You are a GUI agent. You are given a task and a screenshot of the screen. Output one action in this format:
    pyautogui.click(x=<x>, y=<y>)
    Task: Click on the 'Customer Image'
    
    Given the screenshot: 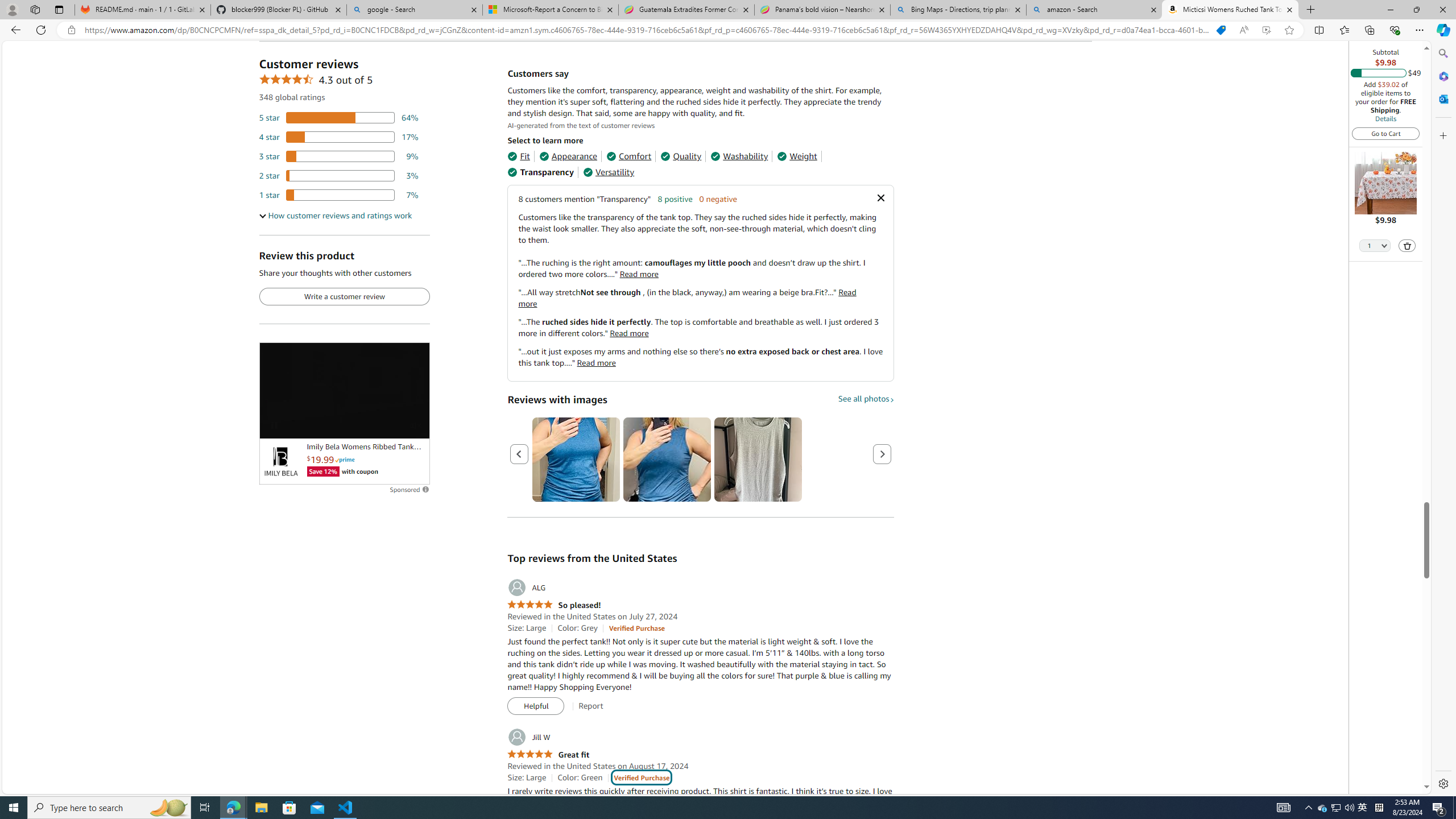 What is the action you would take?
    pyautogui.click(x=758, y=460)
    